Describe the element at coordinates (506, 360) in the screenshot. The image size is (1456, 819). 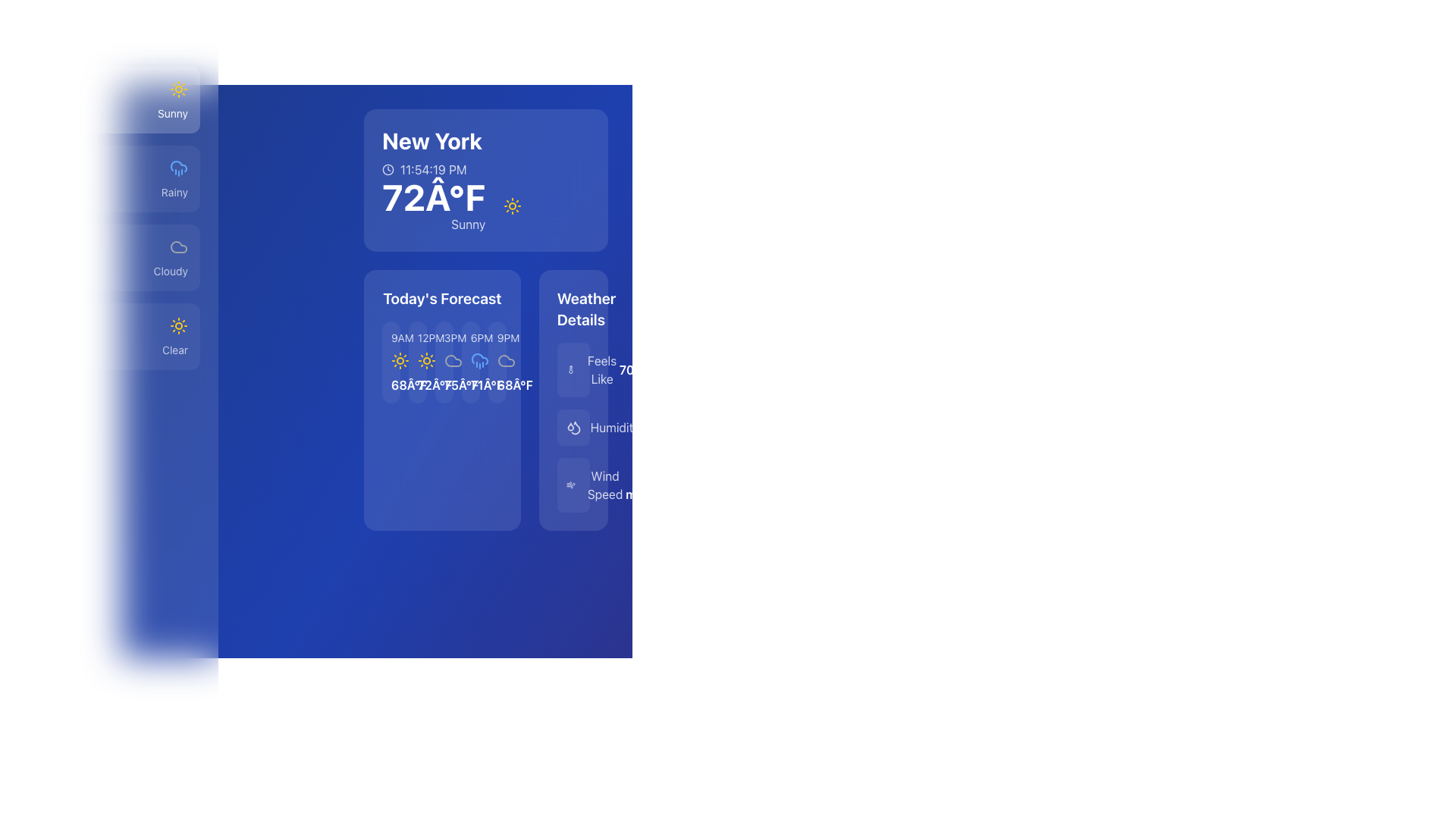
I see `the cloud icon representing the cloudy weather condition in the 'Today's Forecast' section, located near the '6PM' time label` at that location.